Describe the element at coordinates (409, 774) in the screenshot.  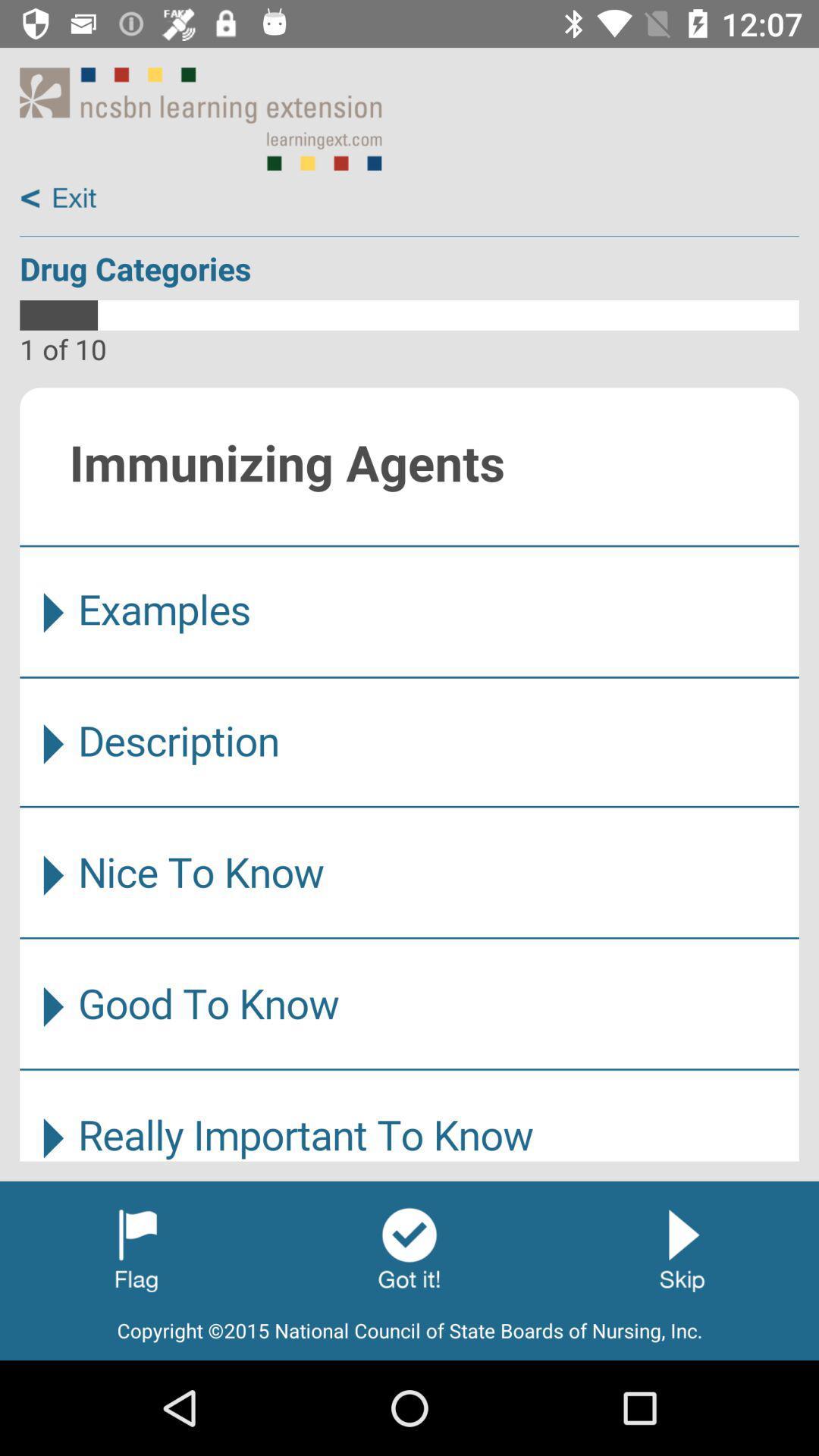
I see `menu option` at that location.